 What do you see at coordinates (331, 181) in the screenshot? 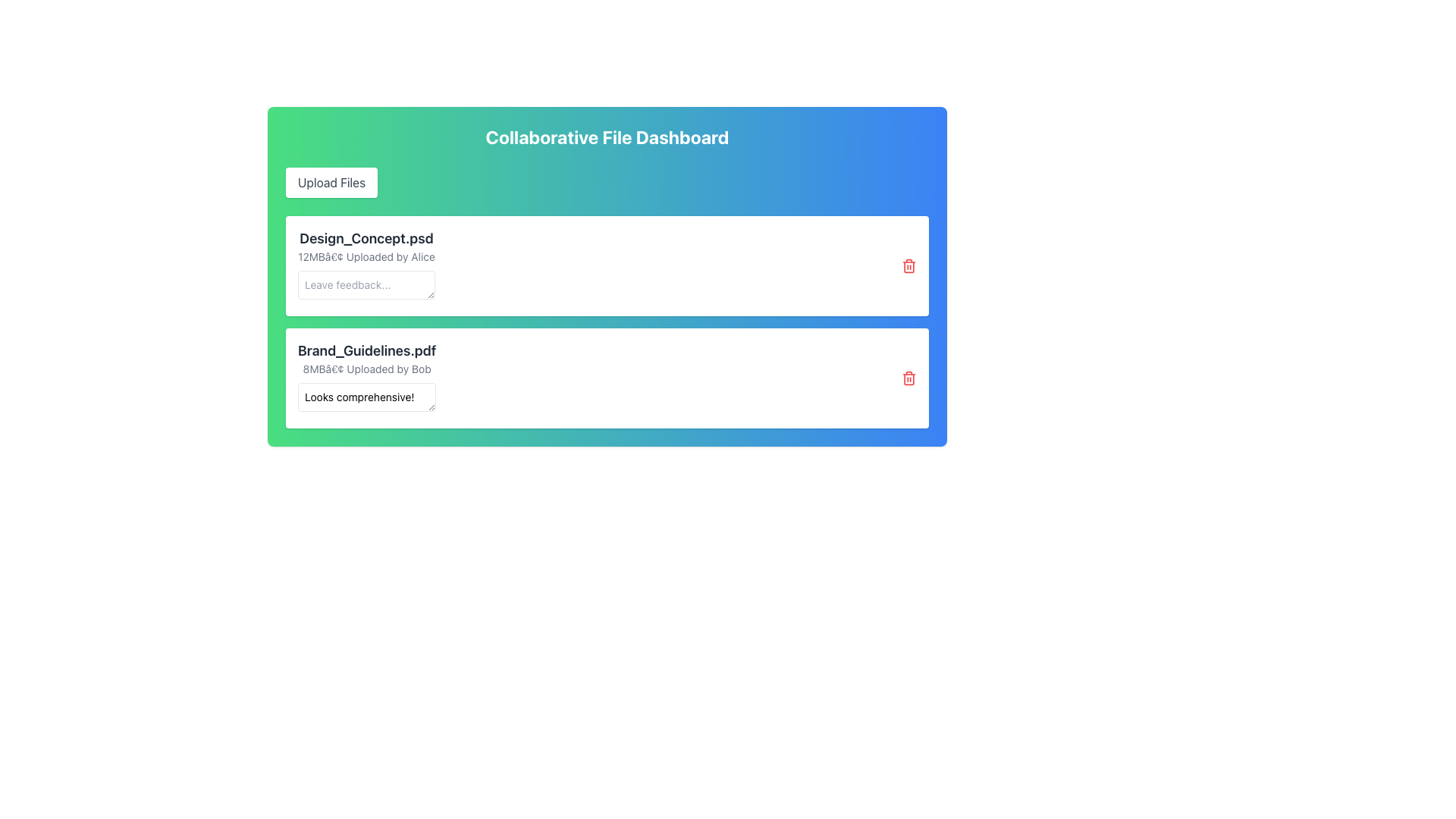
I see `and drop files onto the 'Upload Files' button, which is a rectangular button with rounded corners located at the top-left corner of the file dashboard interface` at bounding box center [331, 181].